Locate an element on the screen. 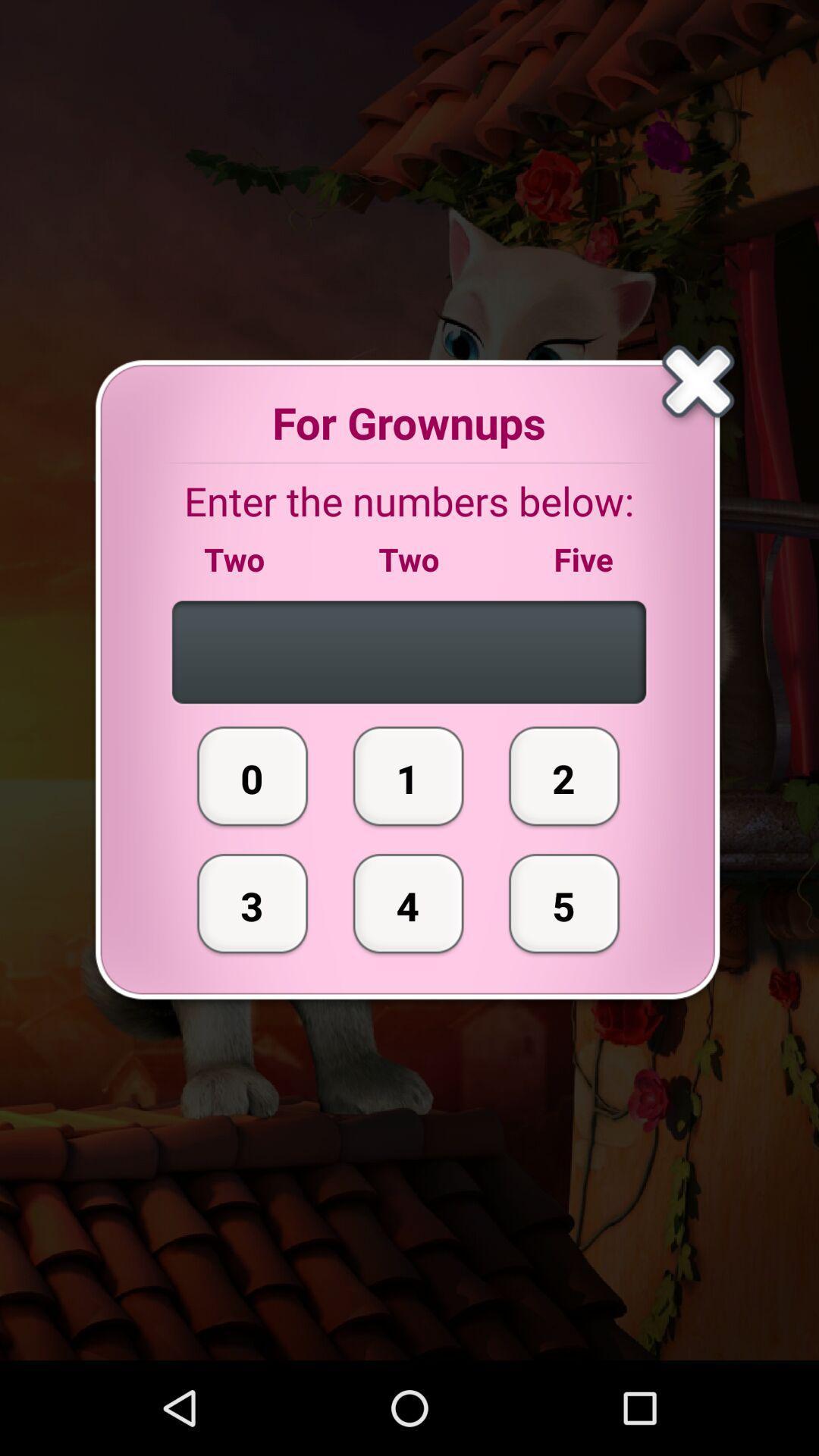 The image size is (819, 1456). the 1 item is located at coordinates (408, 776).